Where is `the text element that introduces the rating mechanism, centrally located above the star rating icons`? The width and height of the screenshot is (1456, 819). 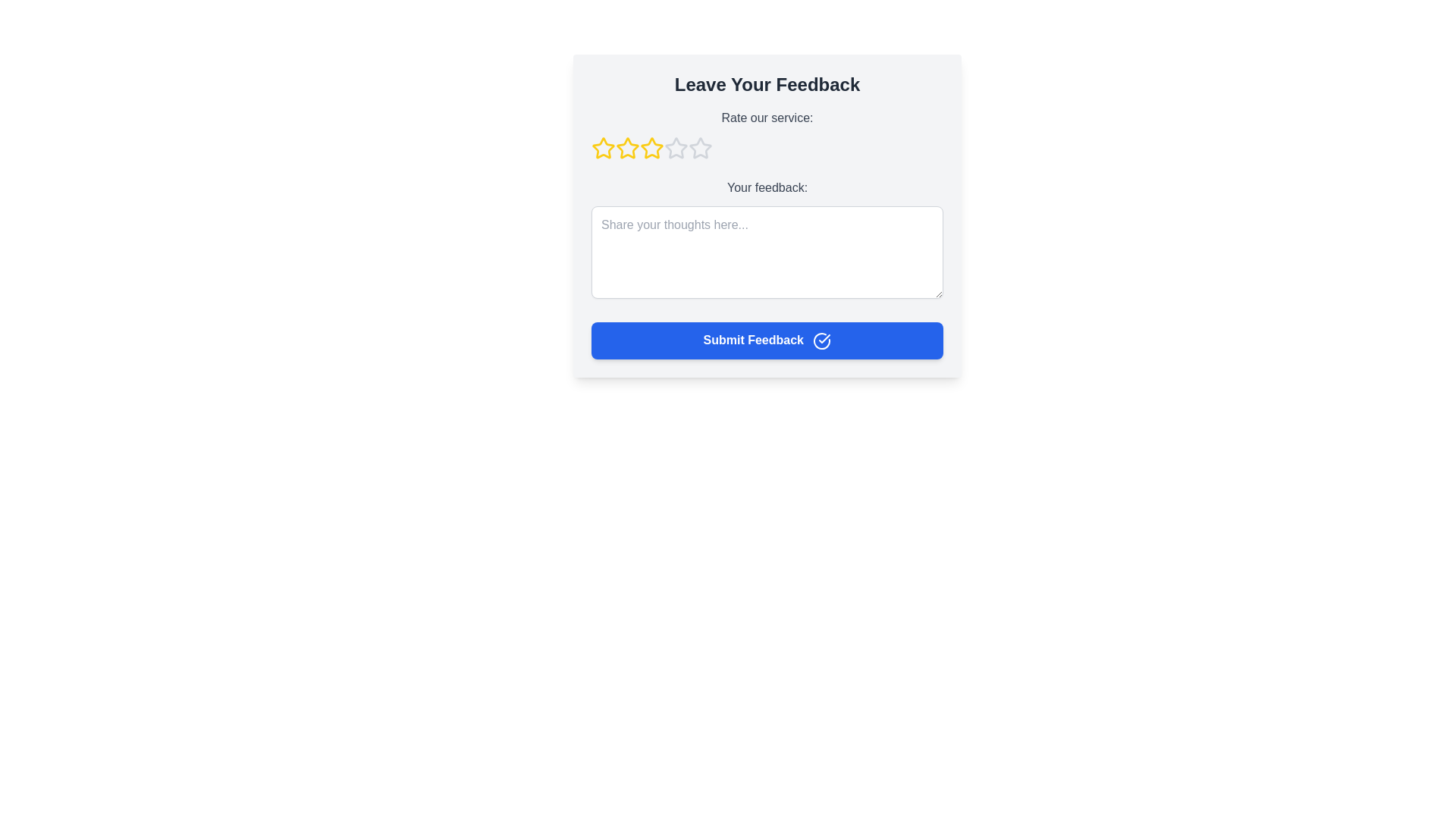
the text element that introduces the rating mechanism, centrally located above the star rating icons is located at coordinates (767, 117).